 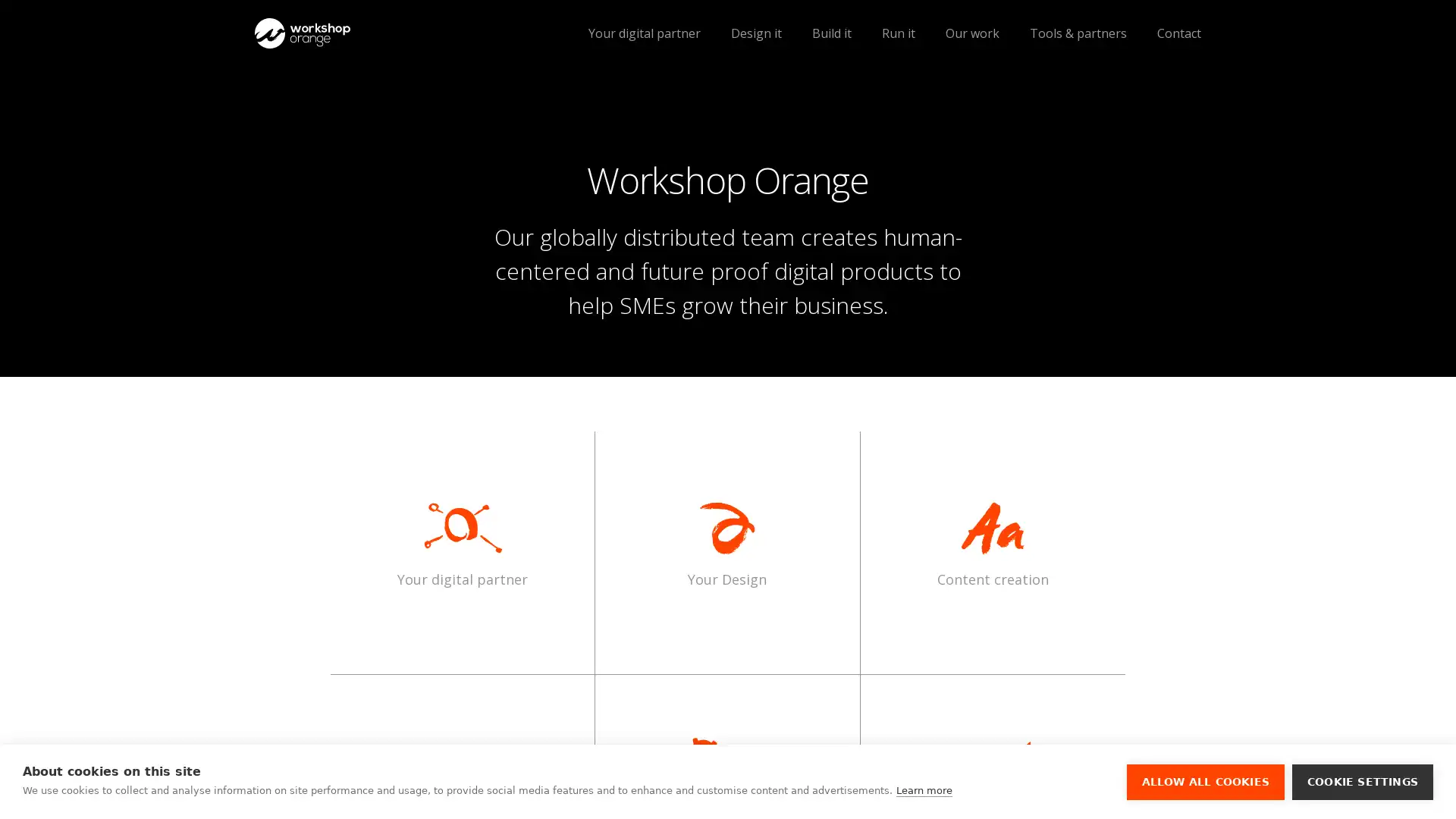 What do you see at coordinates (726, 544) in the screenshot?
I see `Your Design` at bounding box center [726, 544].